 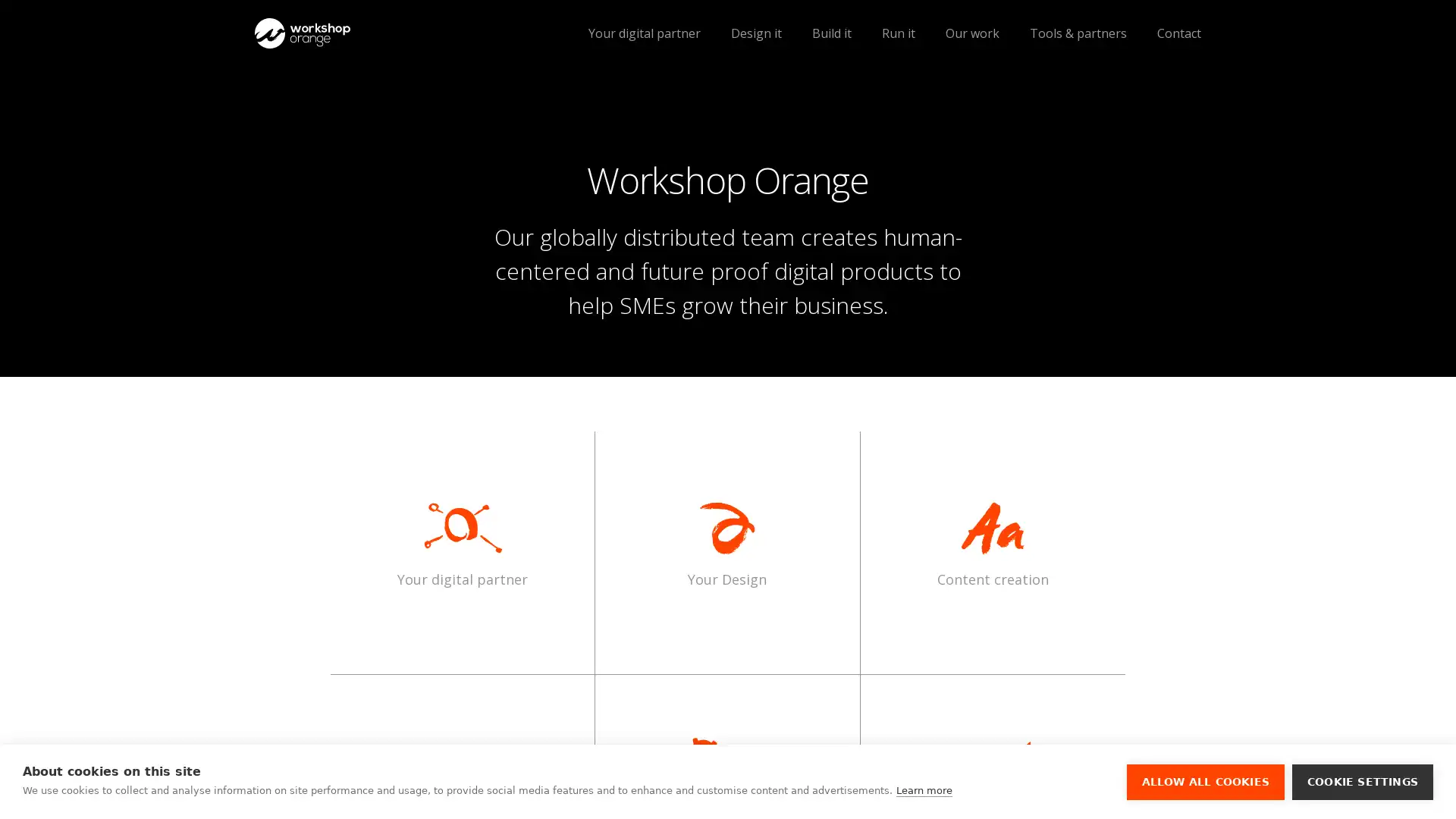 What do you see at coordinates (726, 544) in the screenshot?
I see `Your Design` at bounding box center [726, 544].